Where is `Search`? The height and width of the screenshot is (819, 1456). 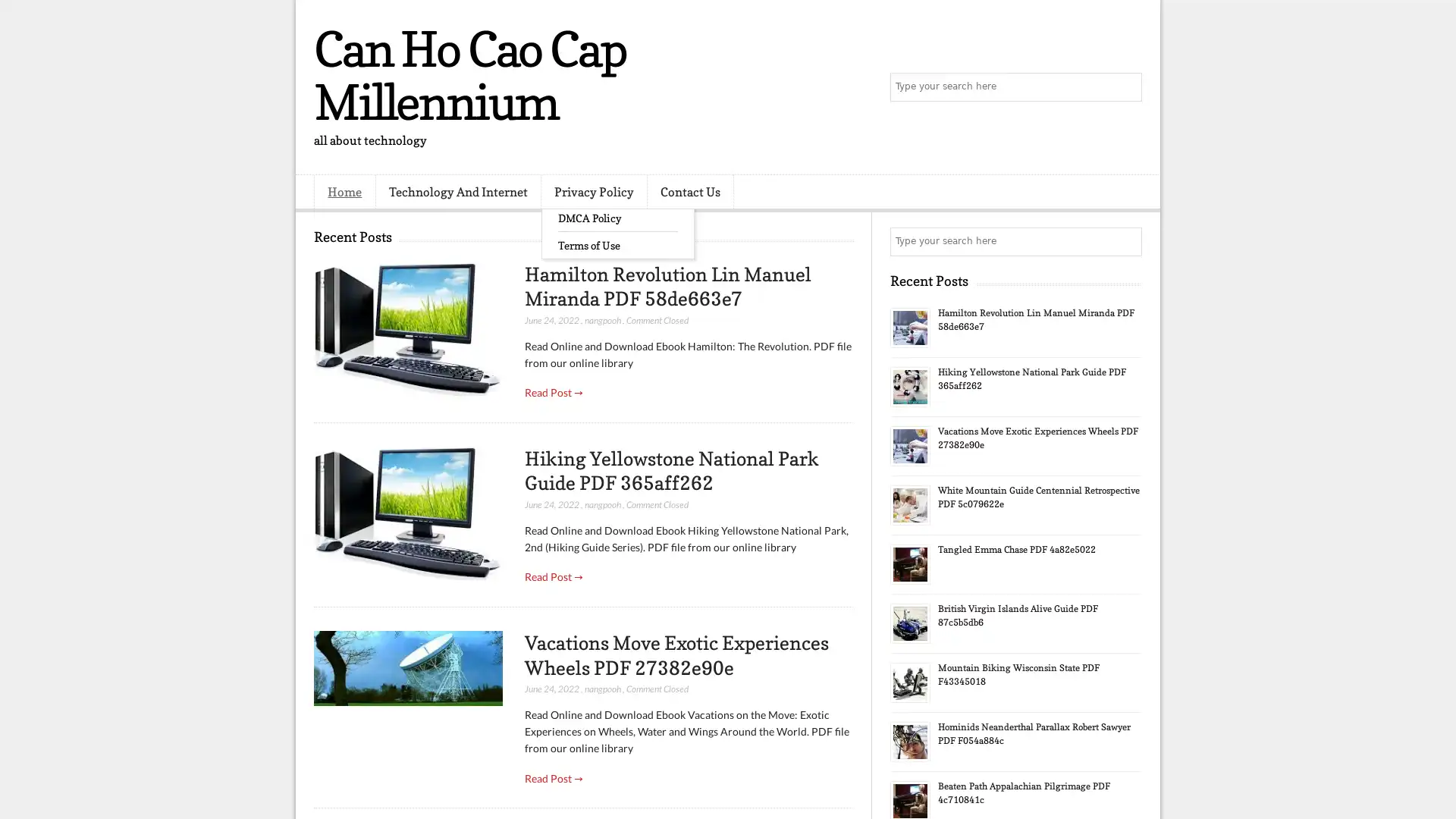 Search is located at coordinates (1126, 241).